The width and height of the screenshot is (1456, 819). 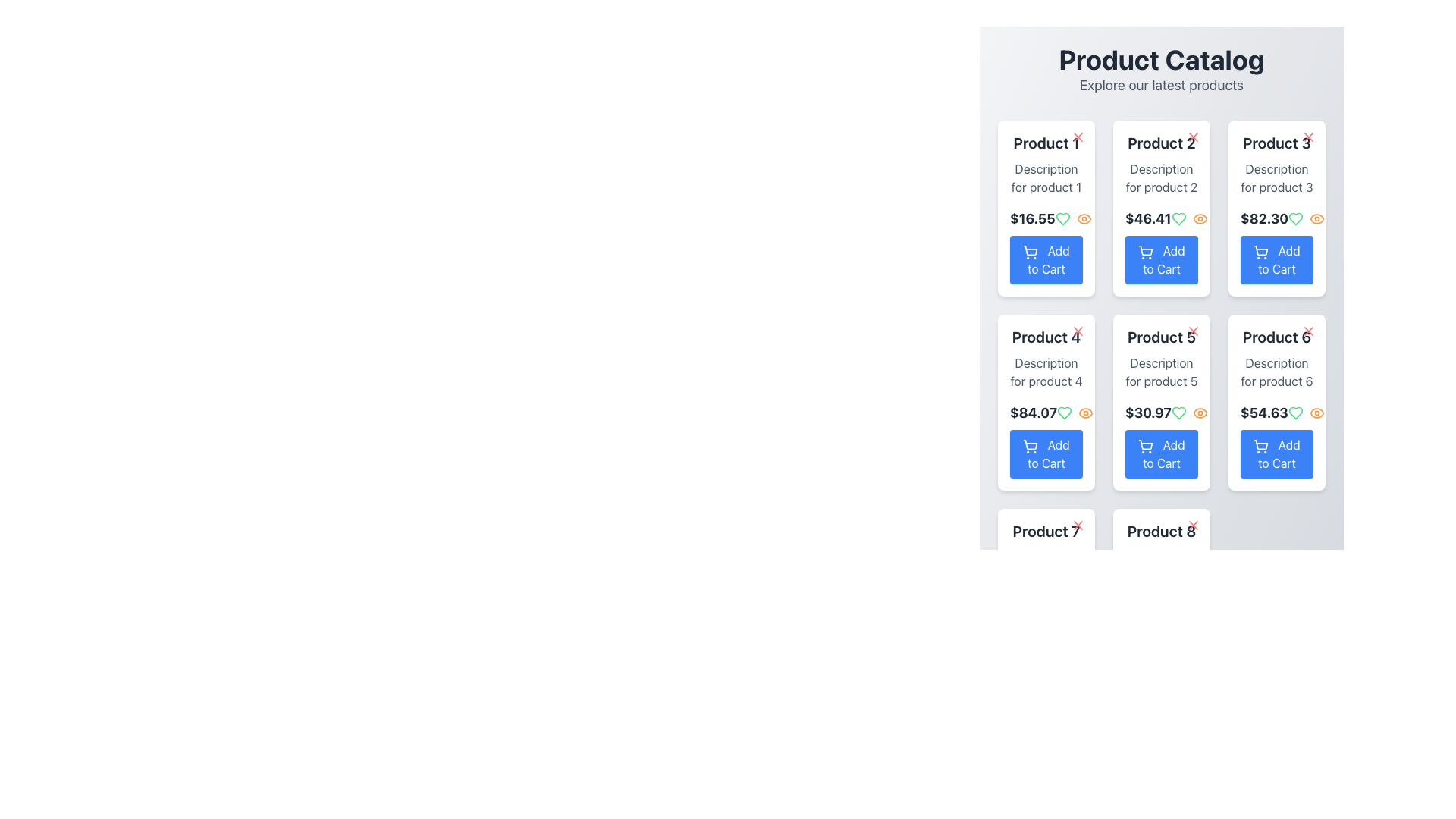 What do you see at coordinates (1276, 259) in the screenshot?
I see `the blue 'Add to Cart' button with a shopping cart icon located in the lower portion of the 'Product 3' card` at bounding box center [1276, 259].